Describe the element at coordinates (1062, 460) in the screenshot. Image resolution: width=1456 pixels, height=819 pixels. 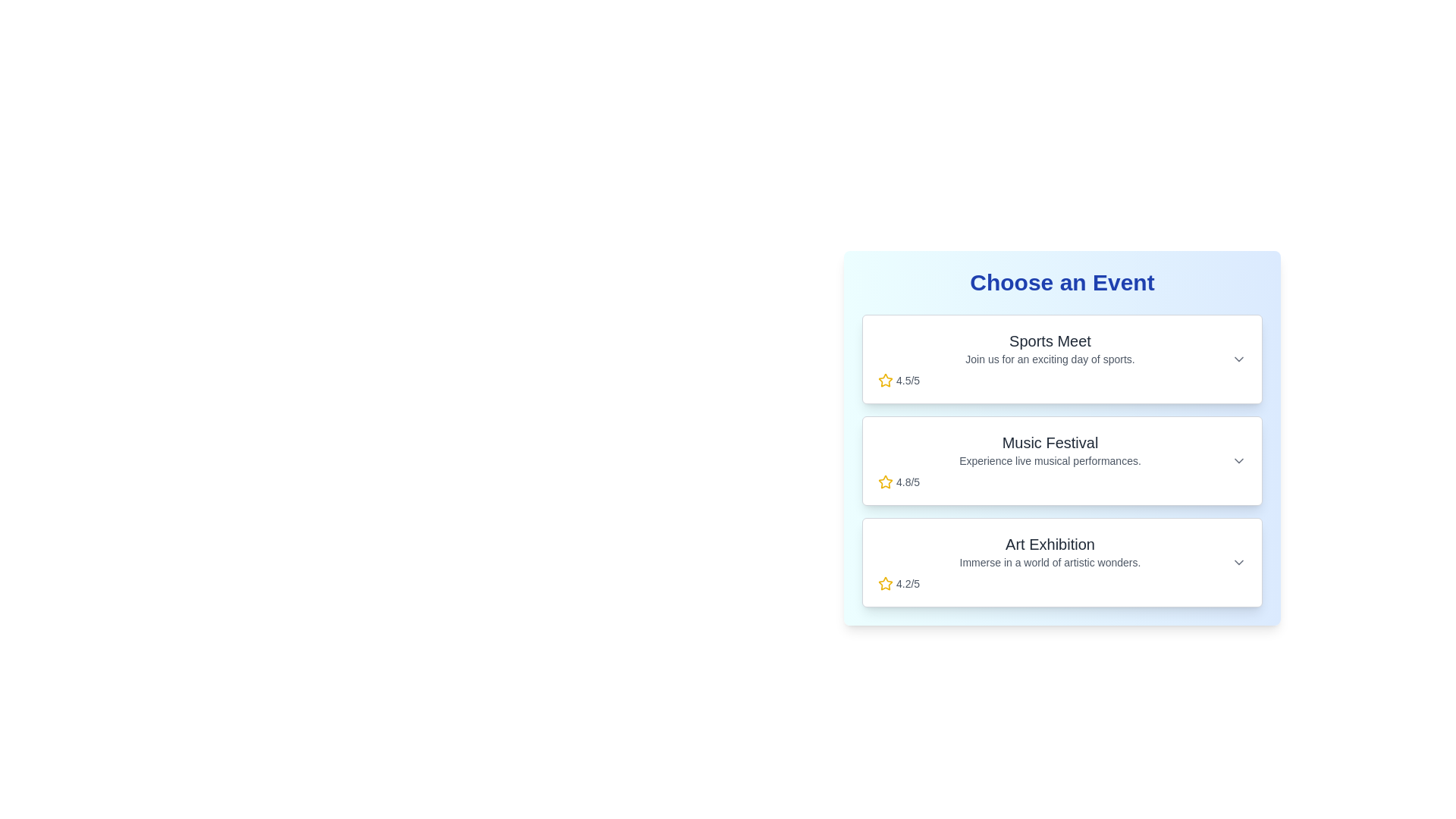
I see `the interactive card for 'Music Festival'` at that location.